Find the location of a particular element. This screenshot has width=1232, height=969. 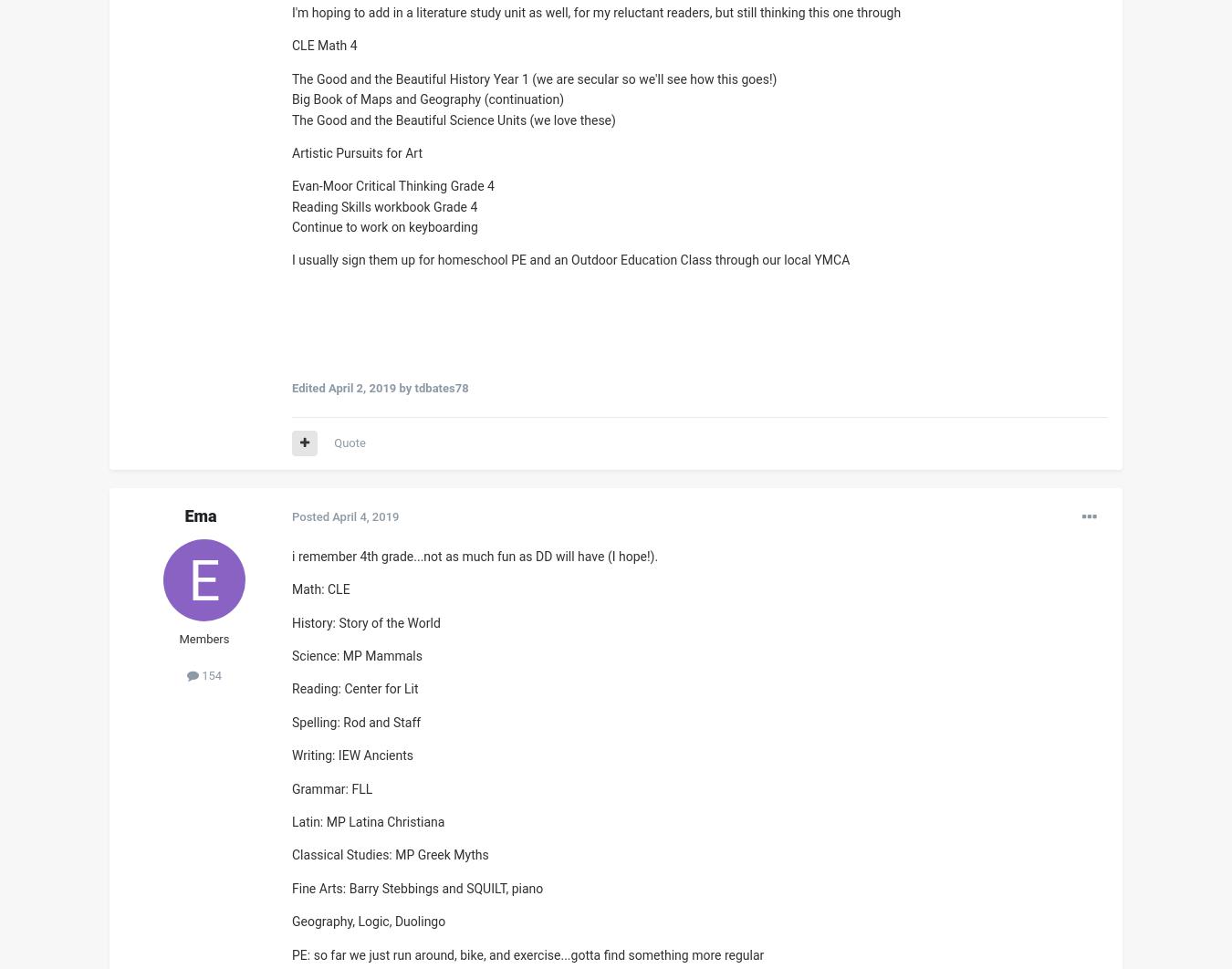

'Edited' is located at coordinates (309, 387).